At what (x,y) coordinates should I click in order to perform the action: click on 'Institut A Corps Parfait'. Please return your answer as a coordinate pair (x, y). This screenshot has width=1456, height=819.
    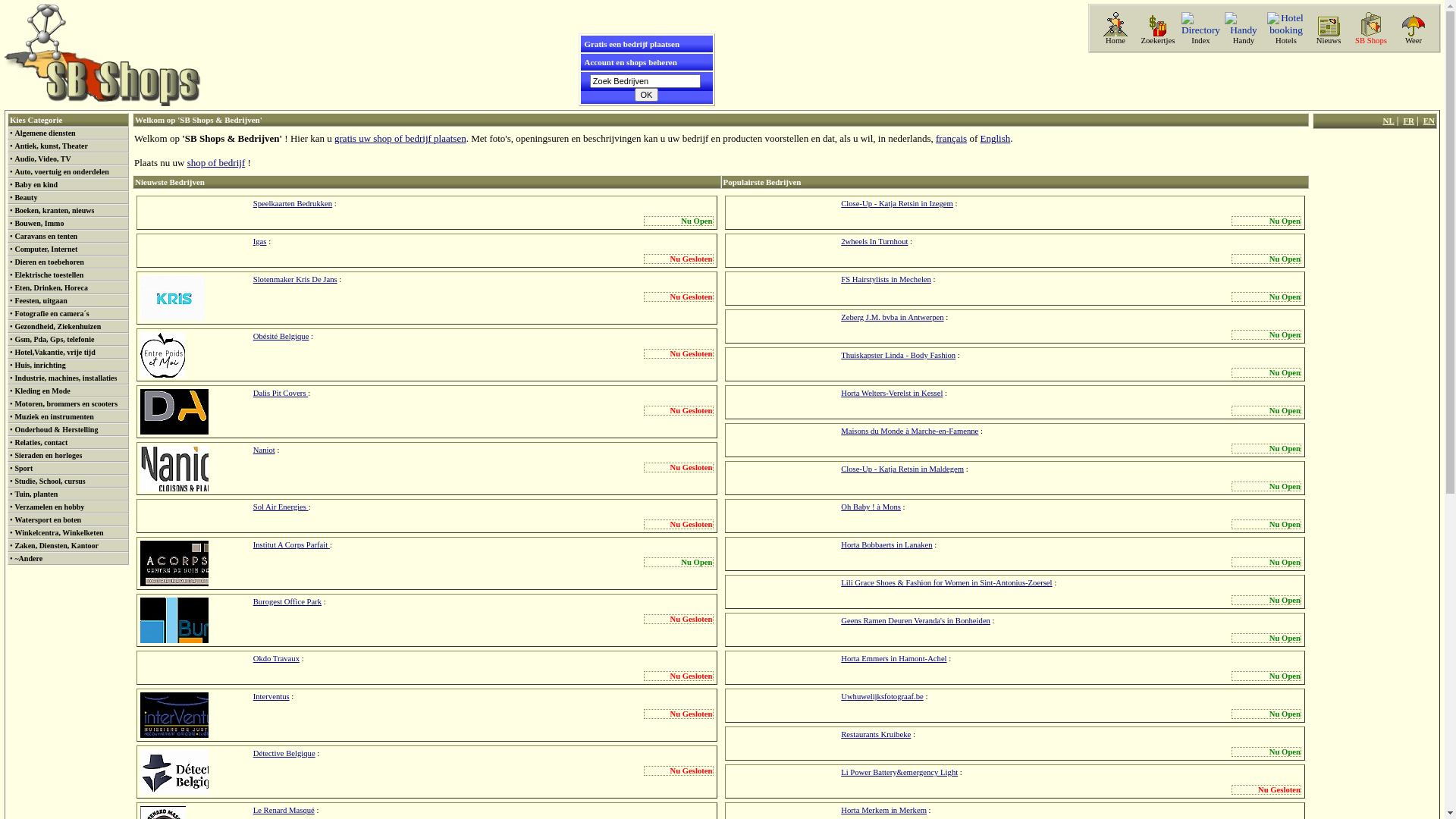
    Looking at the image, I should click on (291, 544).